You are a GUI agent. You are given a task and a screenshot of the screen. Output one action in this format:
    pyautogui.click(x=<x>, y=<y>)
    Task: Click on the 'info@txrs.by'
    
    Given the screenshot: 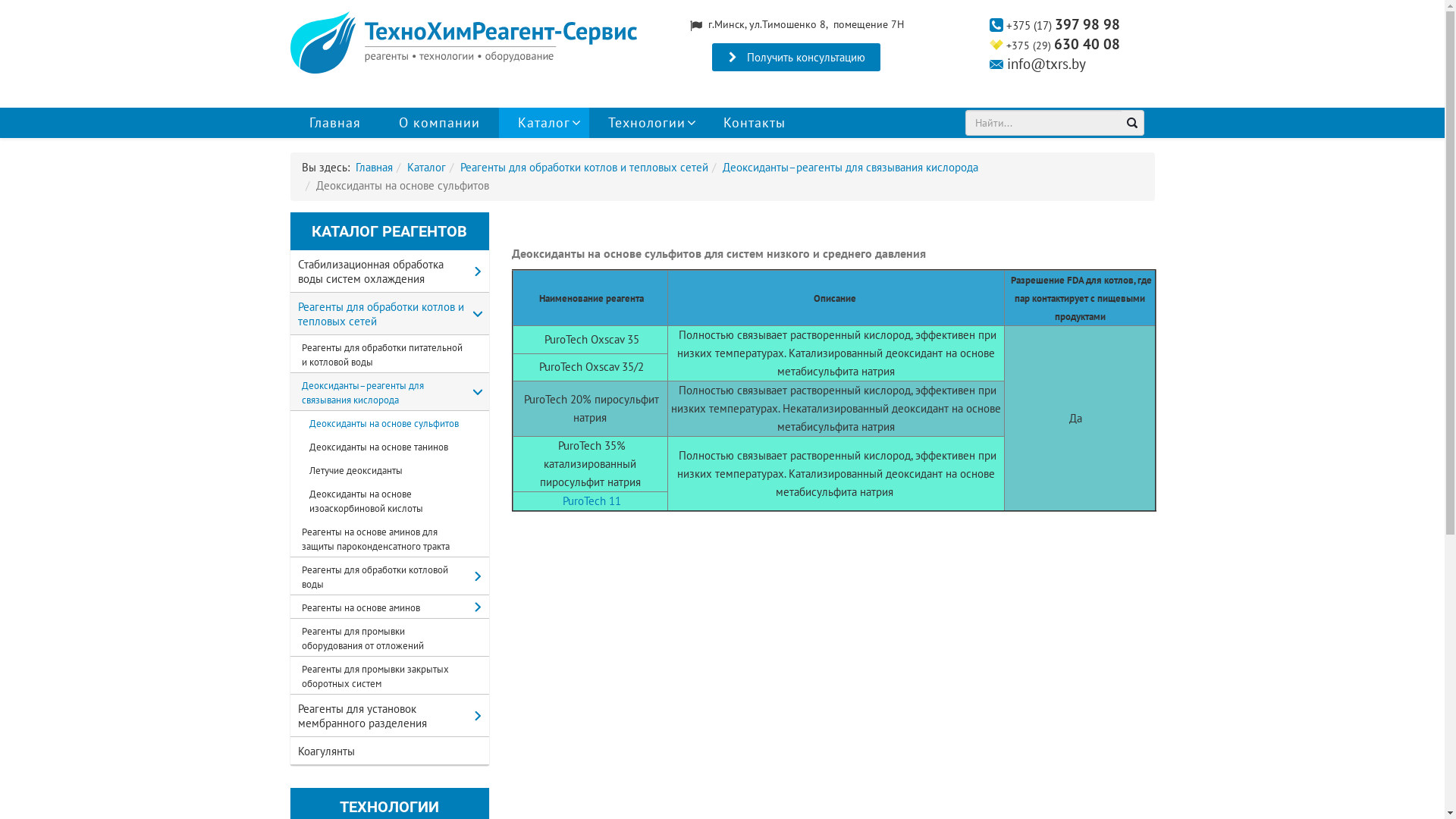 What is the action you would take?
    pyautogui.click(x=1046, y=63)
    